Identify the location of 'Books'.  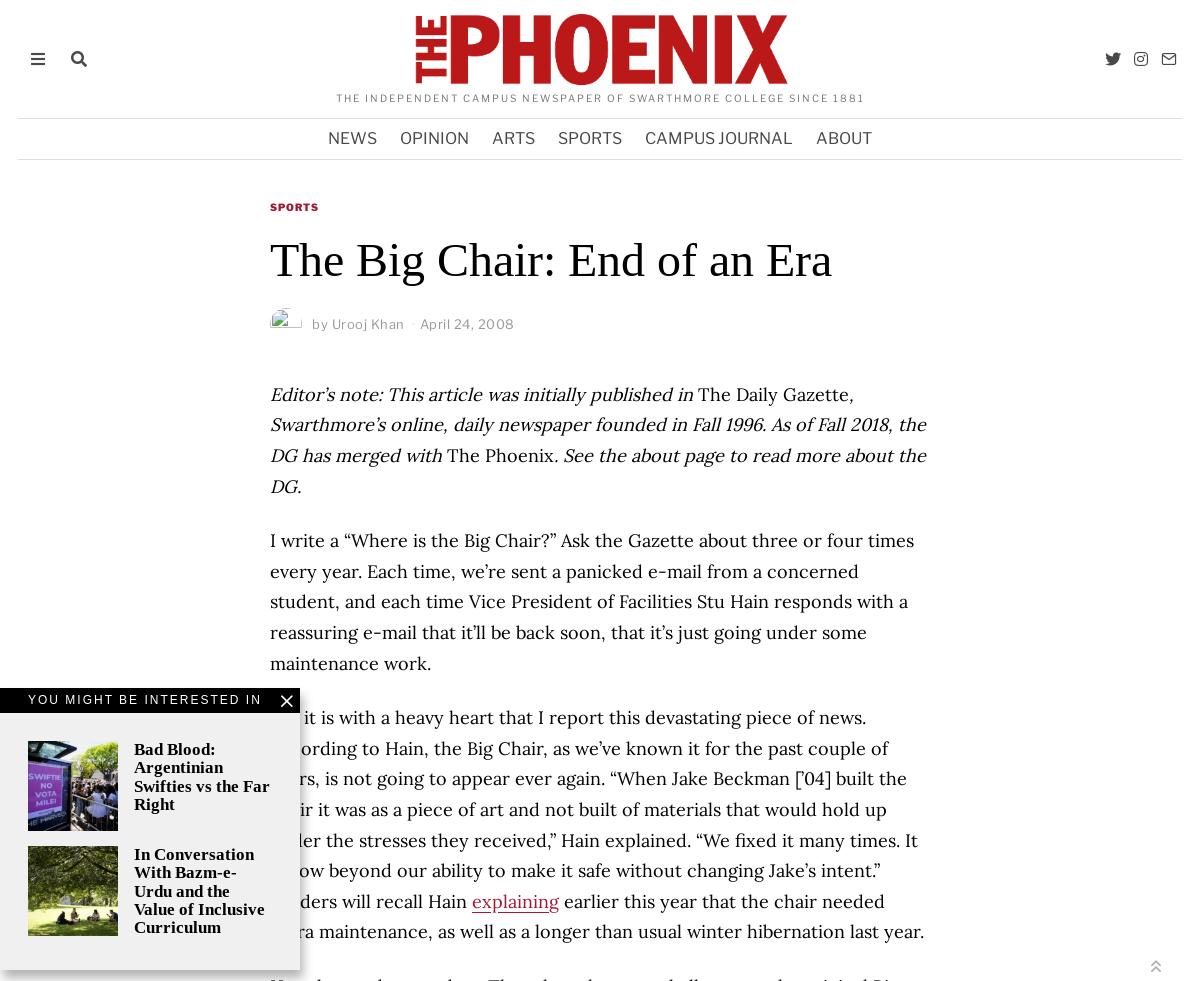
(390, 579).